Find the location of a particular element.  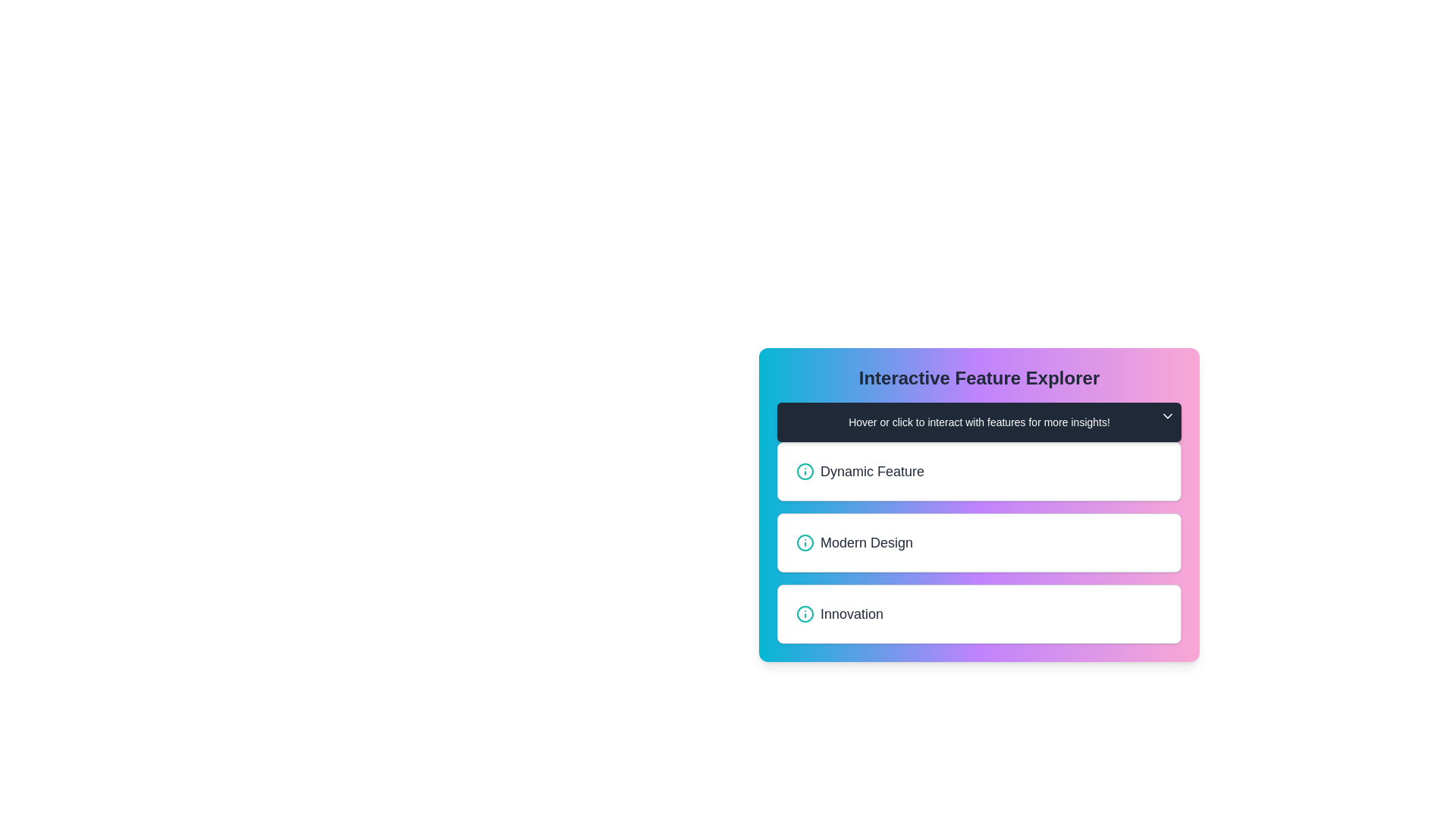

the circle element that is the innermost component of the information icon within the 'Modern Design' button is located at coordinates (804, 542).